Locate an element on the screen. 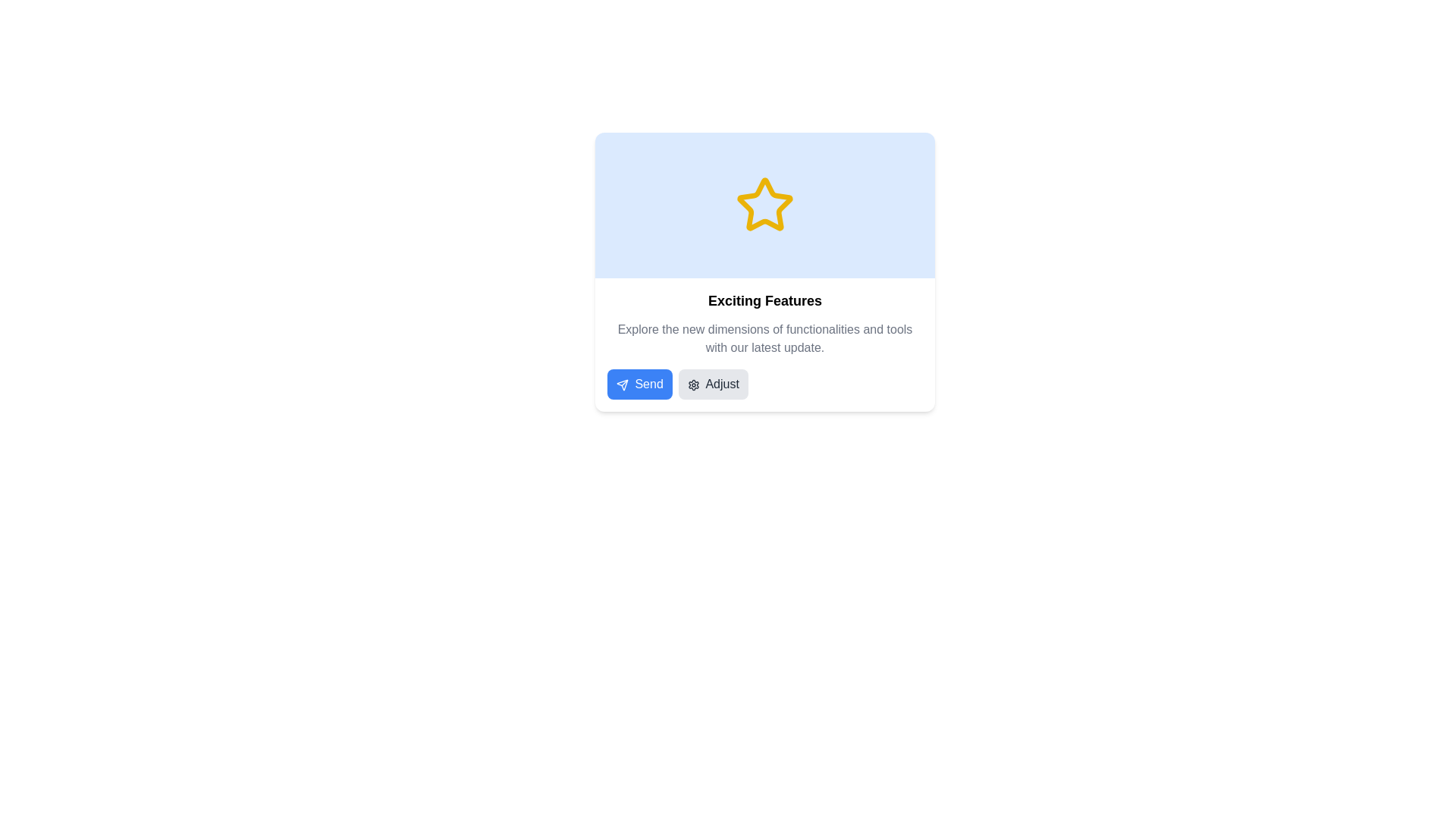 The image size is (1456, 819). the Icon button located to the left of the text 'Adjust' within a gray button at the bottom center of the card titled 'Exciting Features' is located at coordinates (692, 384).